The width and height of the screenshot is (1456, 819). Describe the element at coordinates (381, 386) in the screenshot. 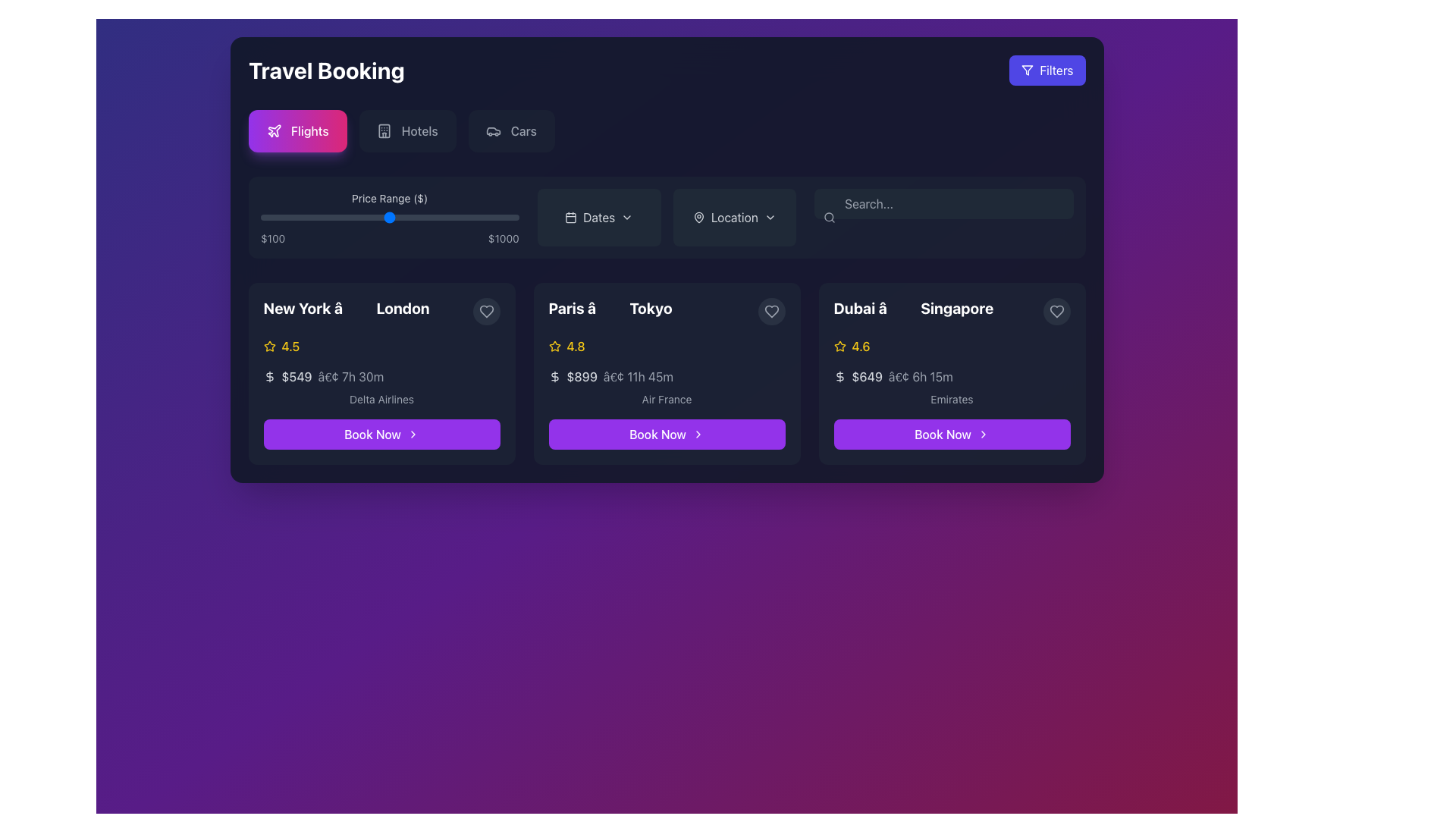

I see `the Text Display Area that shows the price, duration, and airline information for the flight itinerary, specifically displaying '$549 • 7h 30m' and 'Delta Airlines'` at that location.